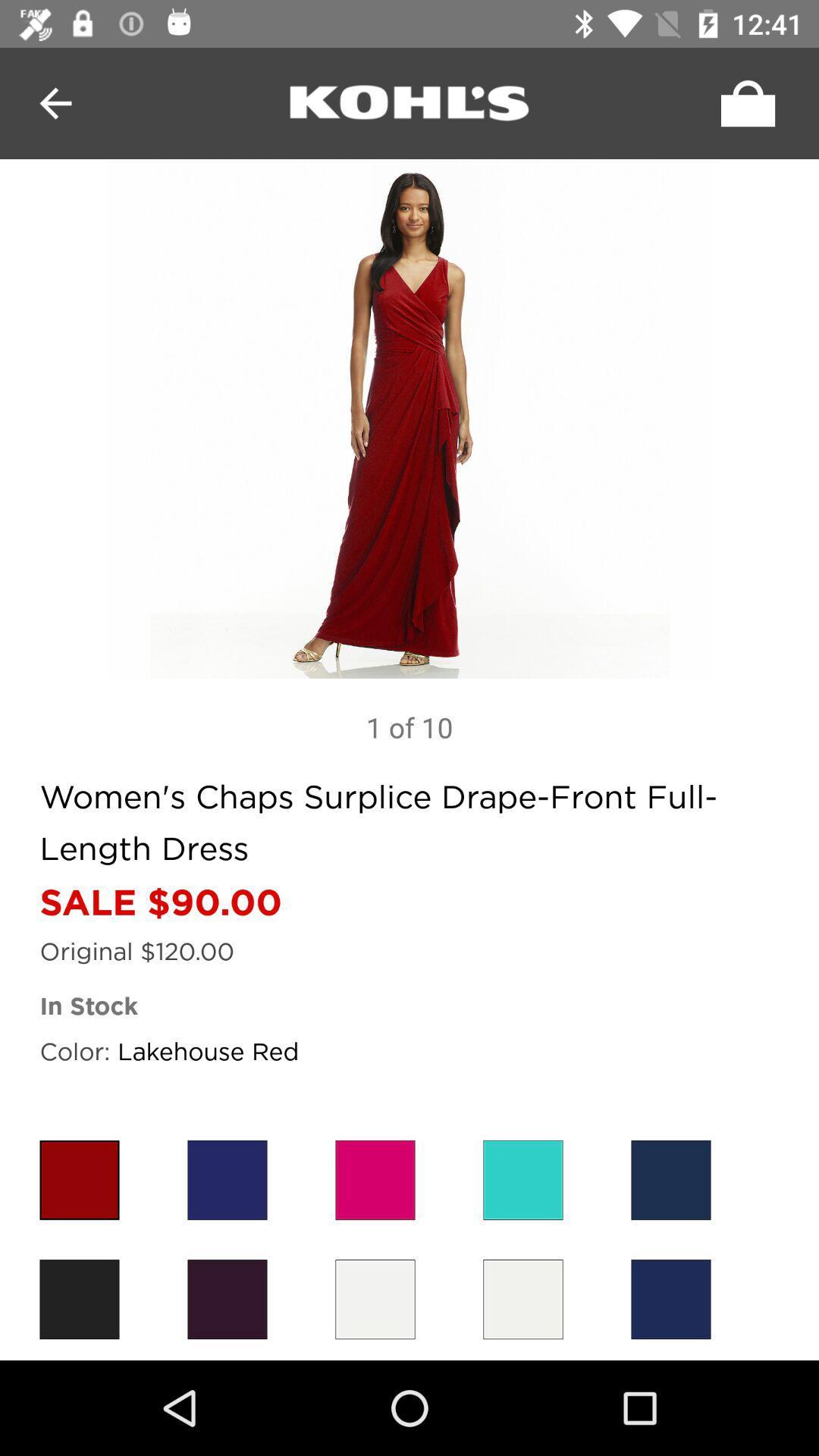 The height and width of the screenshot is (1456, 819). Describe the element at coordinates (409, 419) in the screenshot. I see `next image` at that location.